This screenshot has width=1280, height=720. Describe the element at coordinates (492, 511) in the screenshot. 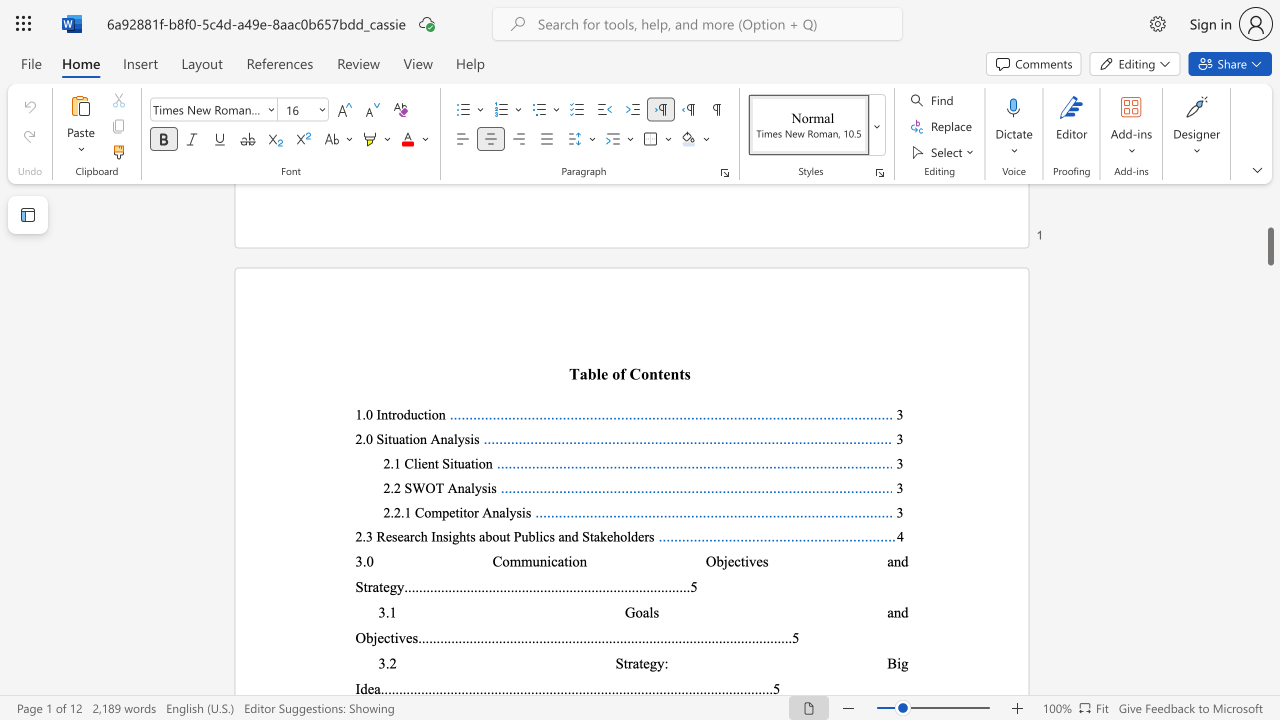

I see `the subset text "nalysis" within the text "2.2.1 Competitor Analysis"` at that location.